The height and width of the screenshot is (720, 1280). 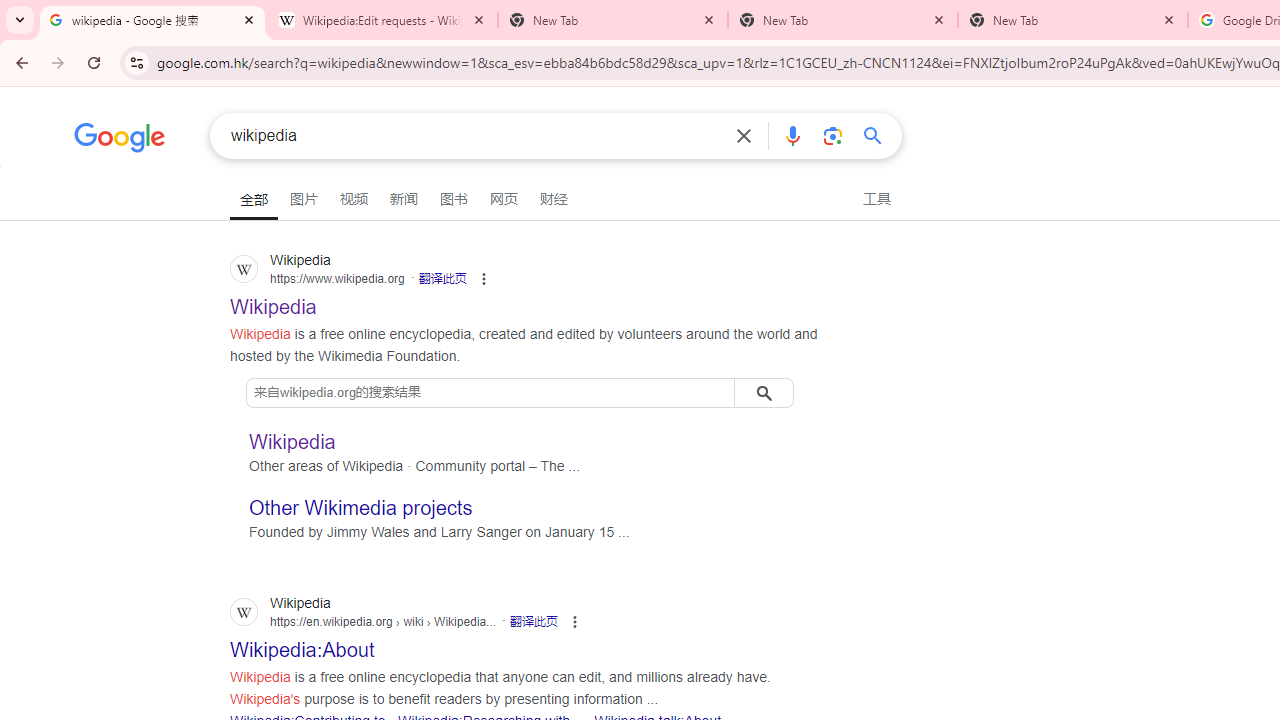 I want to click on 'Wikipedia:Edit requests - Wikipedia', so click(x=382, y=20).